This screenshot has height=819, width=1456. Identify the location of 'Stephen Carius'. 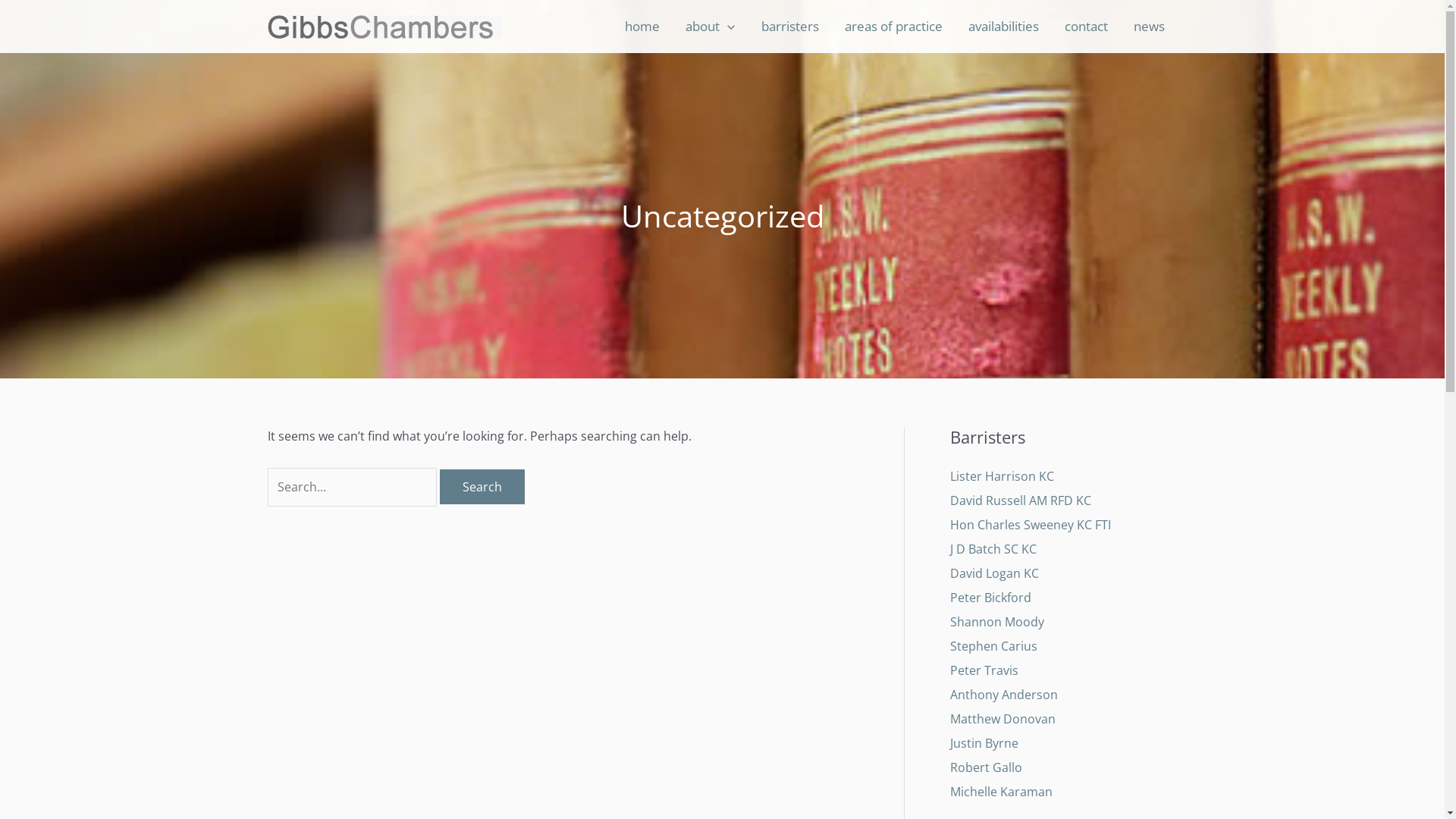
(949, 646).